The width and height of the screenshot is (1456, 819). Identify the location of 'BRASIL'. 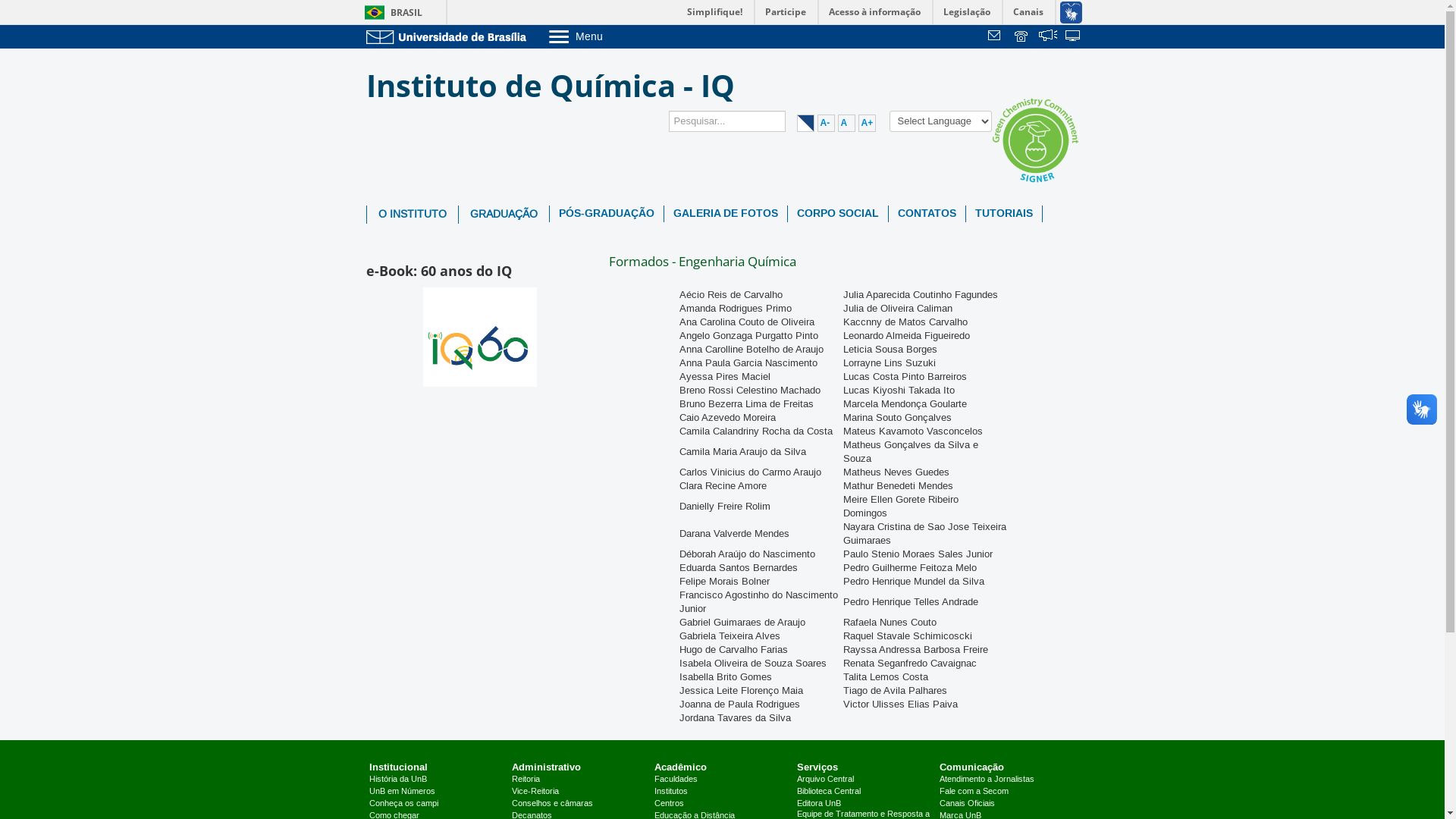
(390, 12).